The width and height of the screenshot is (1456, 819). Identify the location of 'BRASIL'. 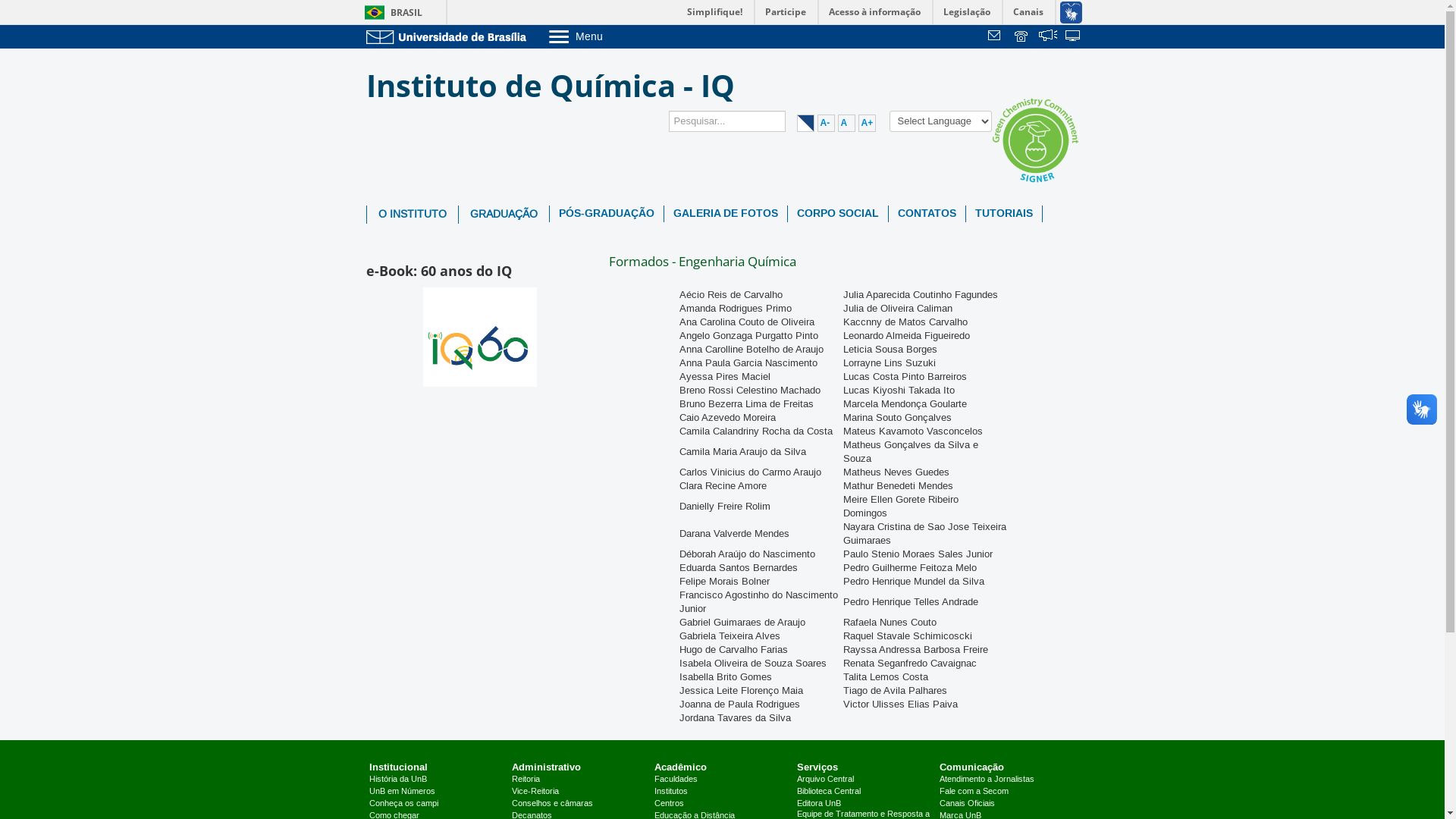
(390, 12).